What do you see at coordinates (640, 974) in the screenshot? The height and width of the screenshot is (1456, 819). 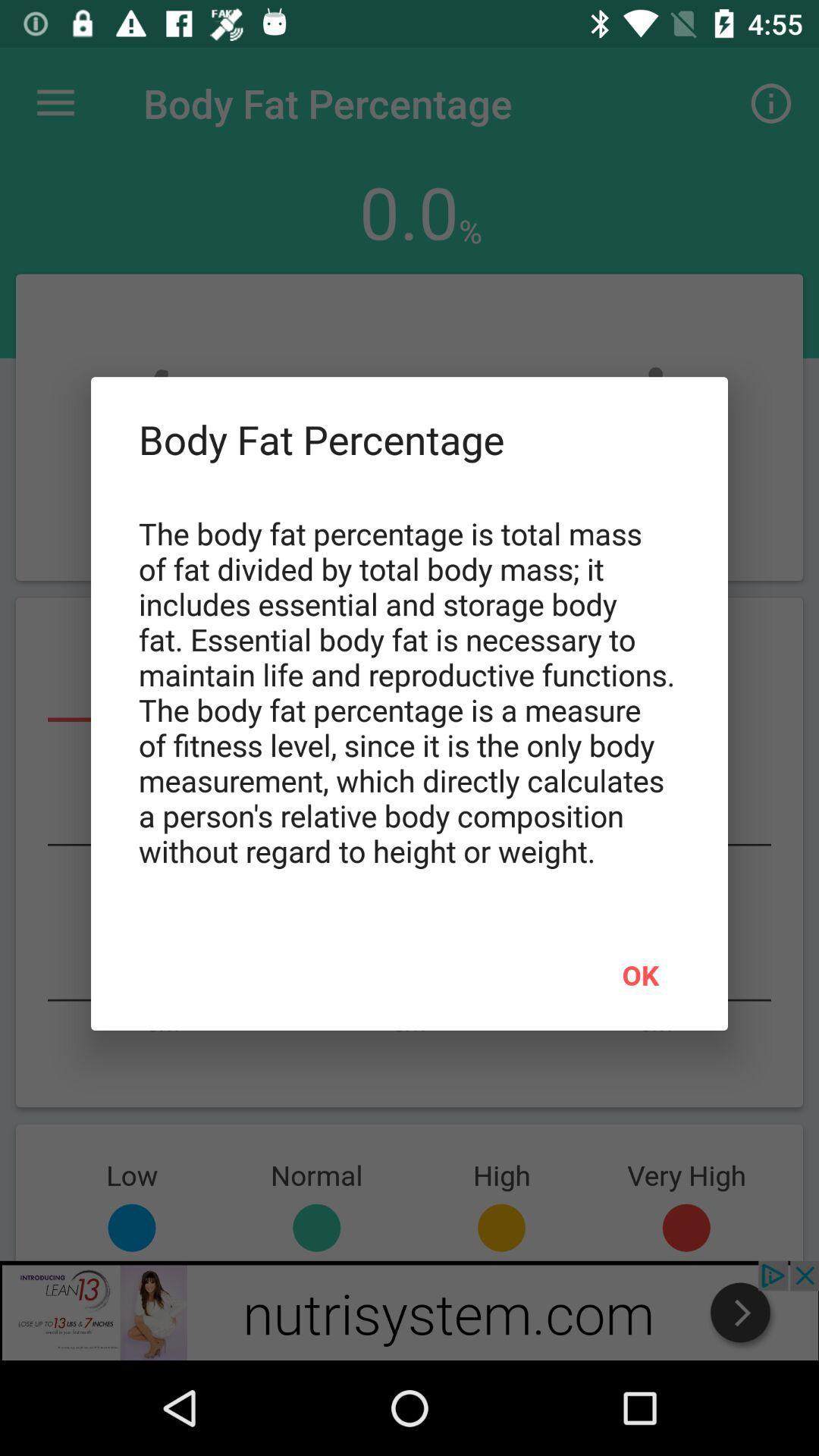 I see `the ok at the bottom right corner` at bounding box center [640, 974].